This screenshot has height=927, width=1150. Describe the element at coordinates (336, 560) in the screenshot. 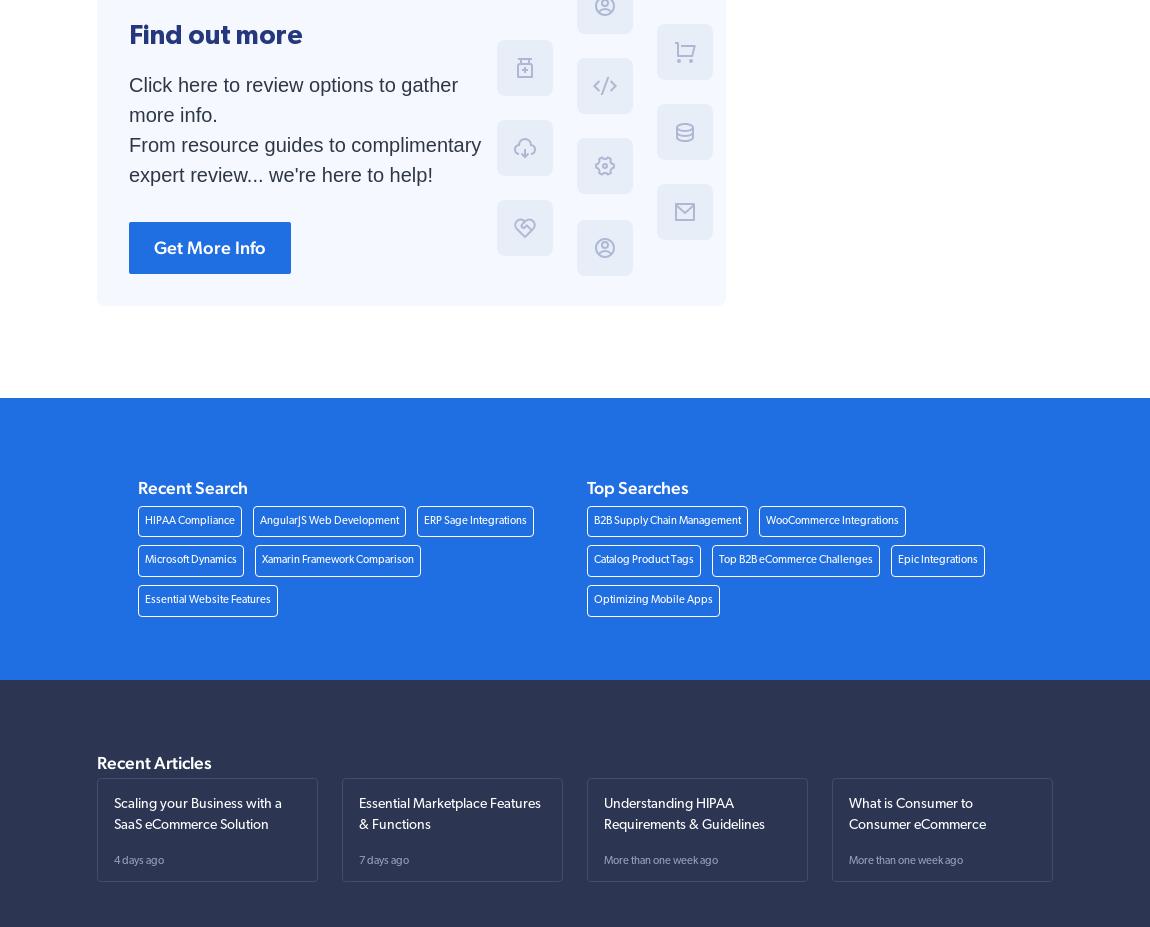

I see `'Xamarin Framework Comparison'` at that location.